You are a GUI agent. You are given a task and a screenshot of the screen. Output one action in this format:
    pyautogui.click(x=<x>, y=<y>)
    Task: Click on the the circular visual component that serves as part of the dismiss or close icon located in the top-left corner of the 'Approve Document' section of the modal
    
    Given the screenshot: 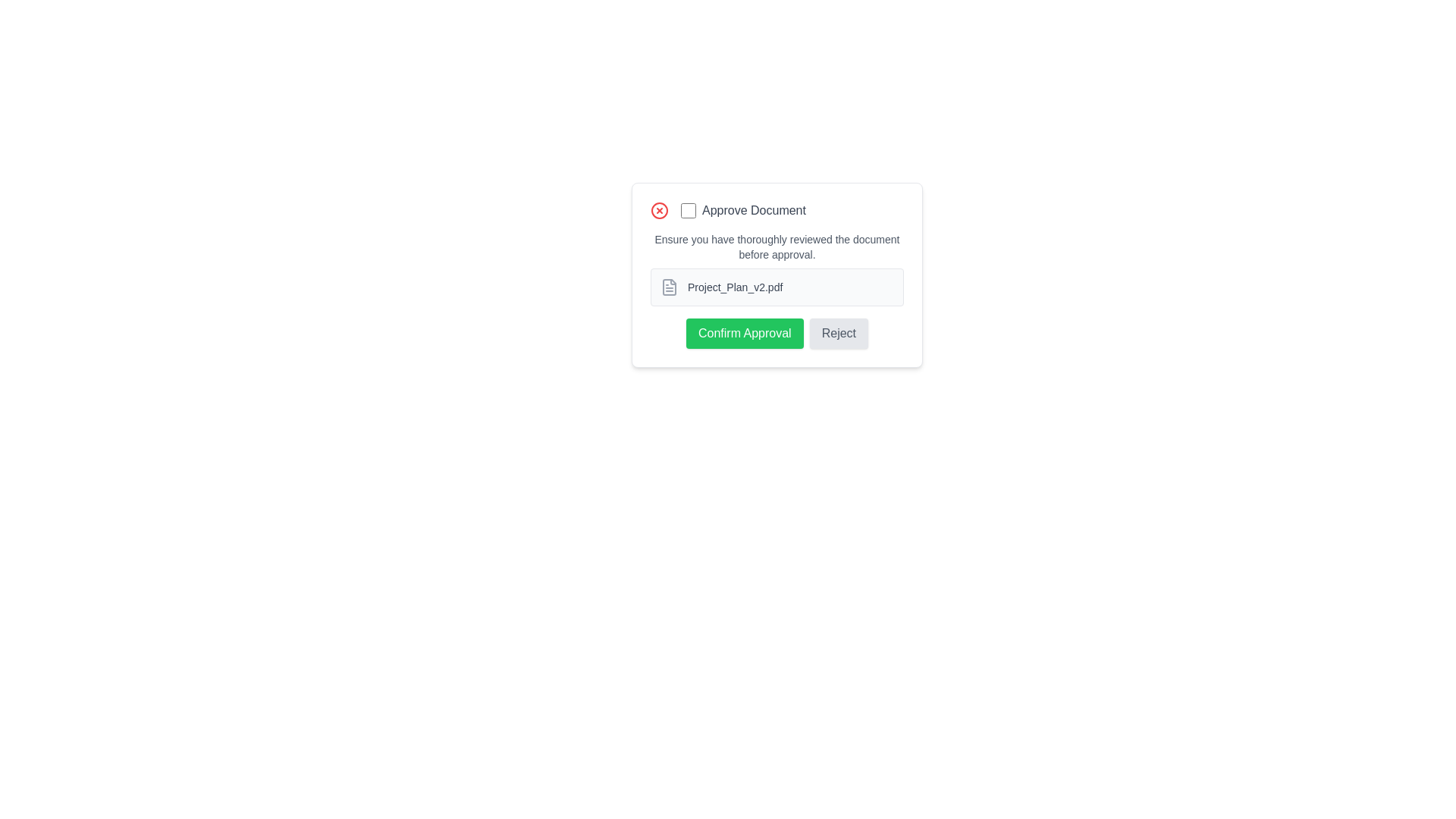 What is the action you would take?
    pyautogui.click(x=659, y=210)
    